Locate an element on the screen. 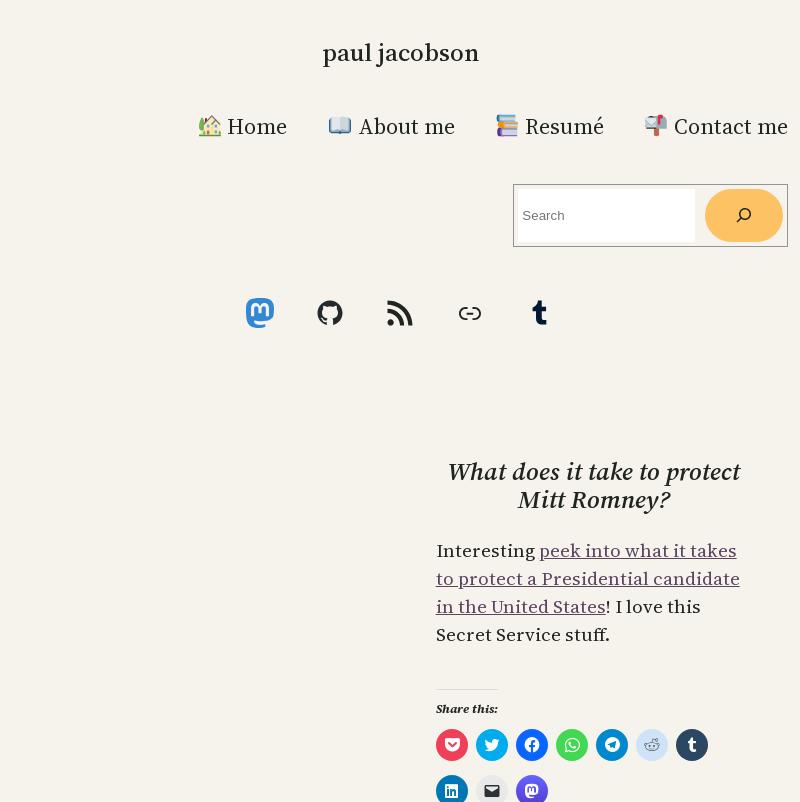 The height and width of the screenshot is (802, 800). 'Interesting' is located at coordinates (486, 548).